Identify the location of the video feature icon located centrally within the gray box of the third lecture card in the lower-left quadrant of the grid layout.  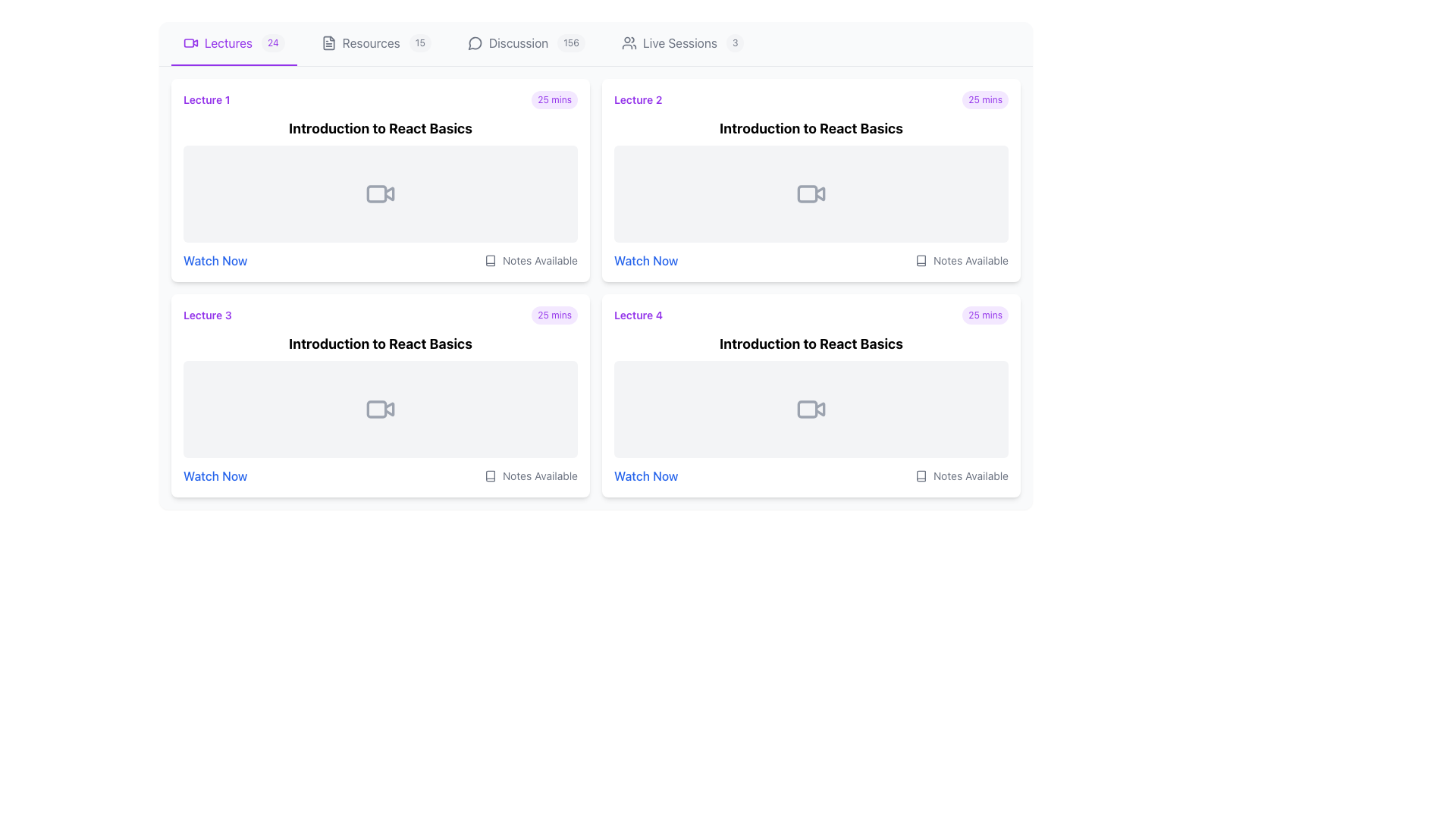
(381, 409).